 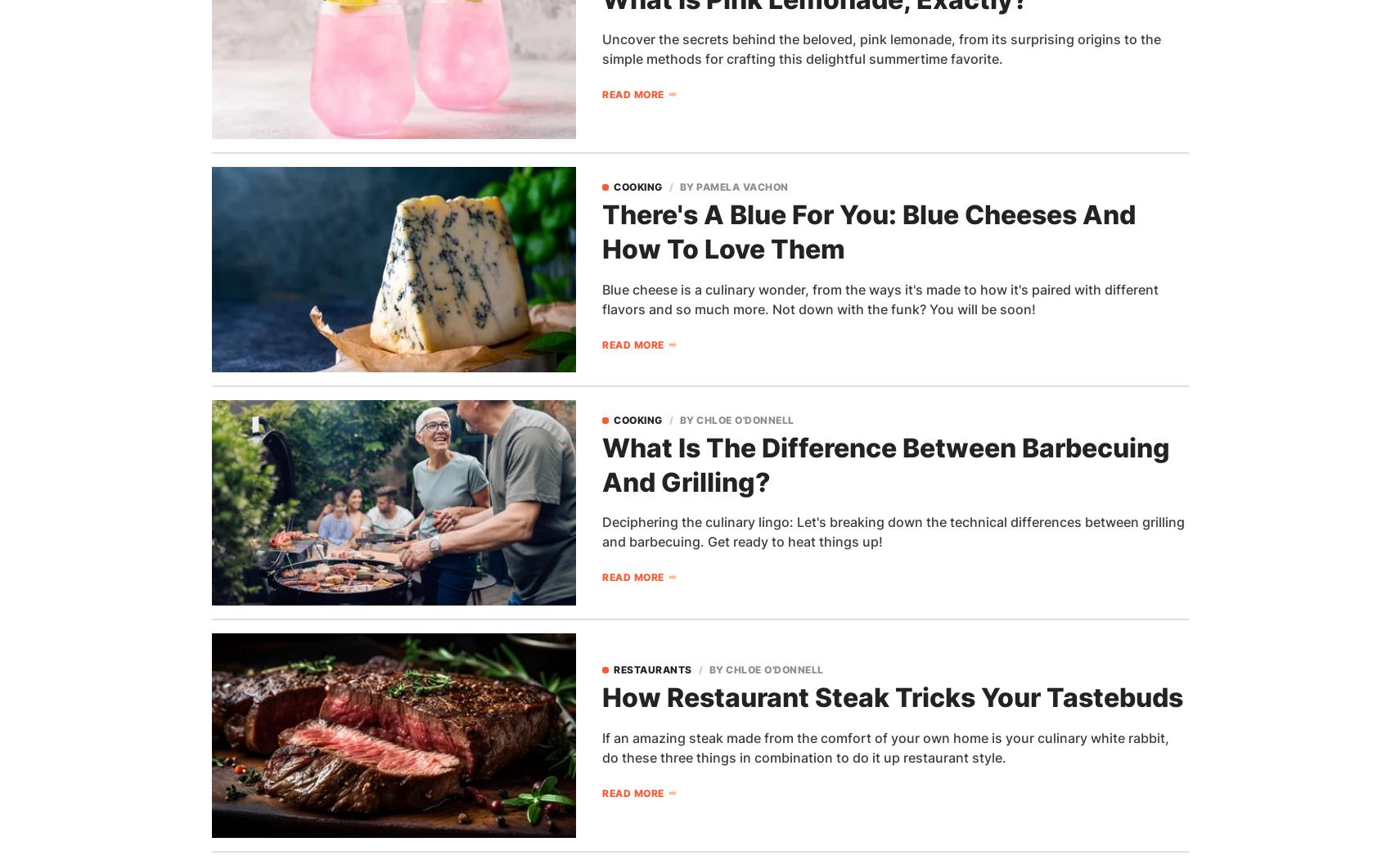 What do you see at coordinates (893, 532) in the screenshot?
I see `'Deciphering the culinary lingo: Let's breaking down the technical differences between grilling and barbecuing. Get ready to heat things up!'` at bounding box center [893, 532].